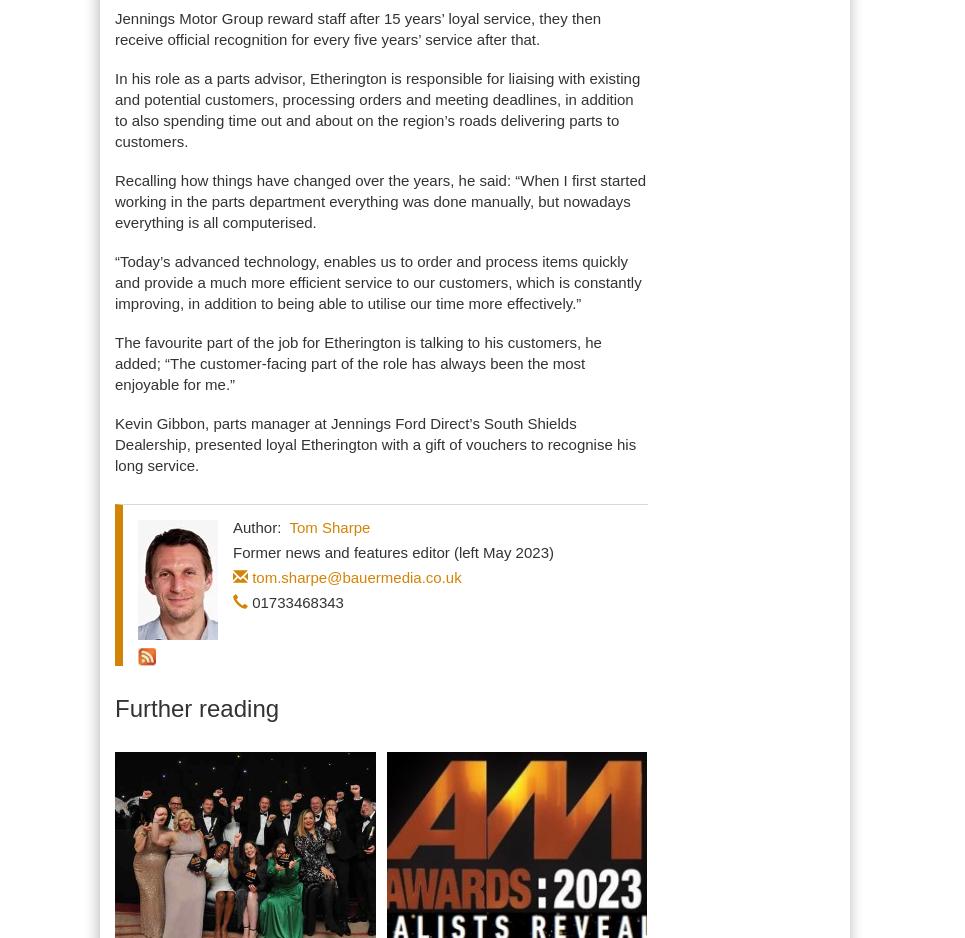 The height and width of the screenshot is (938, 965). Describe the element at coordinates (374, 443) in the screenshot. I see `'Kevin Gibbon, parts manager at Jennings Ford Direct’s South Shields Dealership, presented loyal Etherington with a gift of vouchers to recognise his long service.'` at that location.